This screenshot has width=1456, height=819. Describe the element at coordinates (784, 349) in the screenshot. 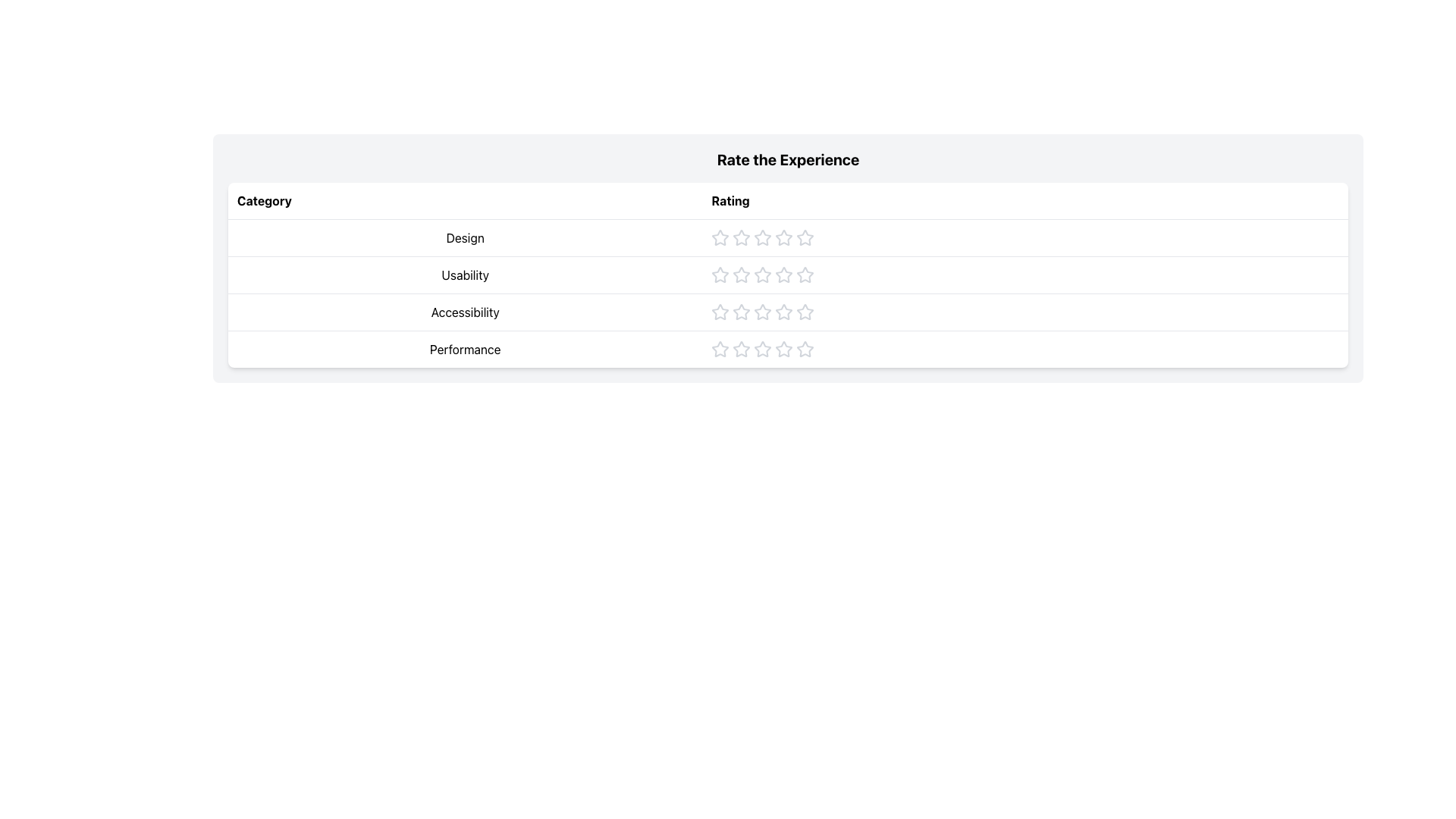

I see `the fourth star in the 'Performance' row of the 'Rate the Experience' table` at that location.